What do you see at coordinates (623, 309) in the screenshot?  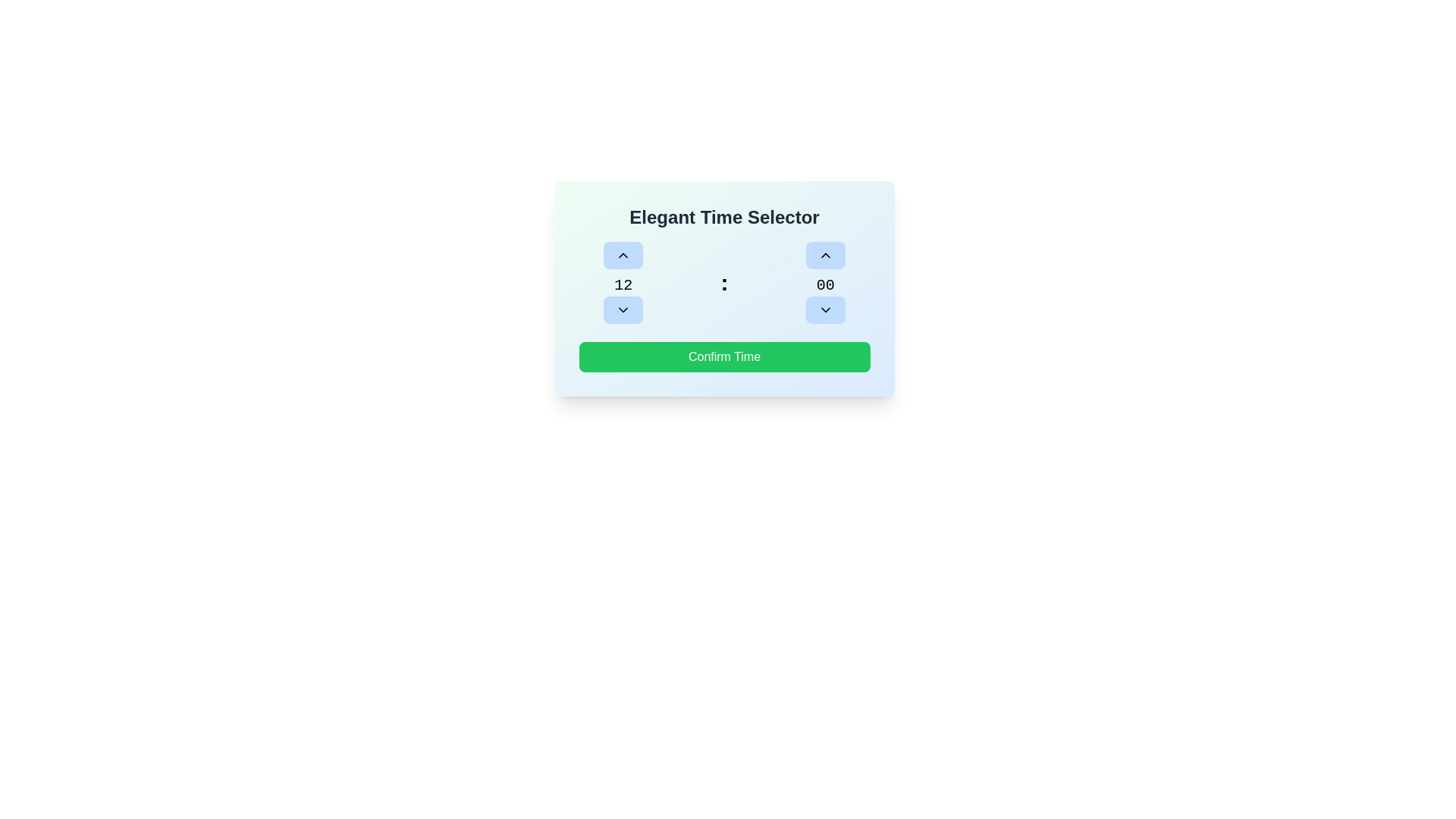 I see `the button that decreases the hour in the time selector` at bounding box center [623, 309].